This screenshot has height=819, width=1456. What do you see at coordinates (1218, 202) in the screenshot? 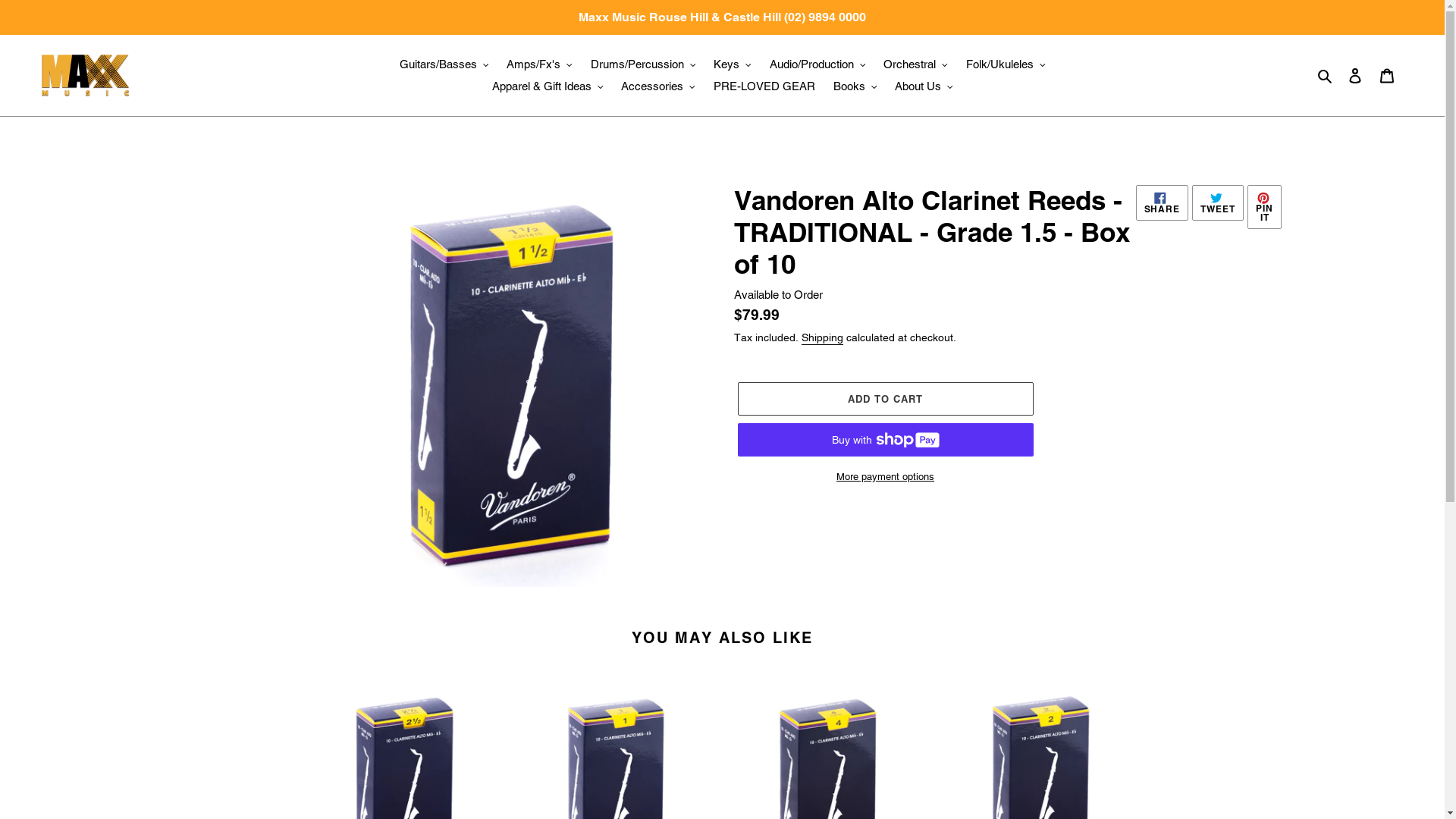
I see `'TWEET` at bounding box center [1218, 202].